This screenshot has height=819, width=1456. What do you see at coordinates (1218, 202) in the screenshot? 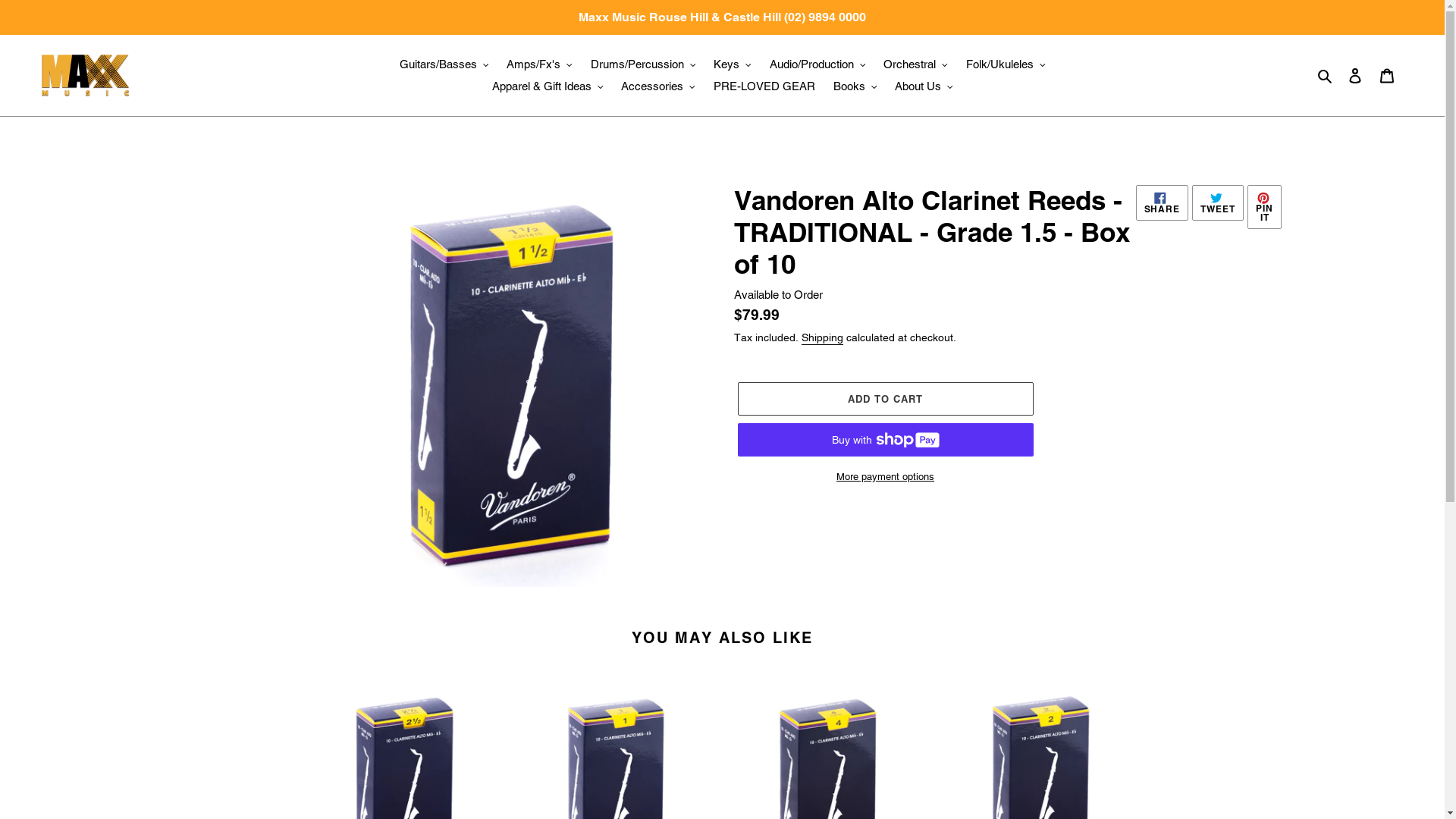
I see `'TWEET` at bounding box center [1218, 202].